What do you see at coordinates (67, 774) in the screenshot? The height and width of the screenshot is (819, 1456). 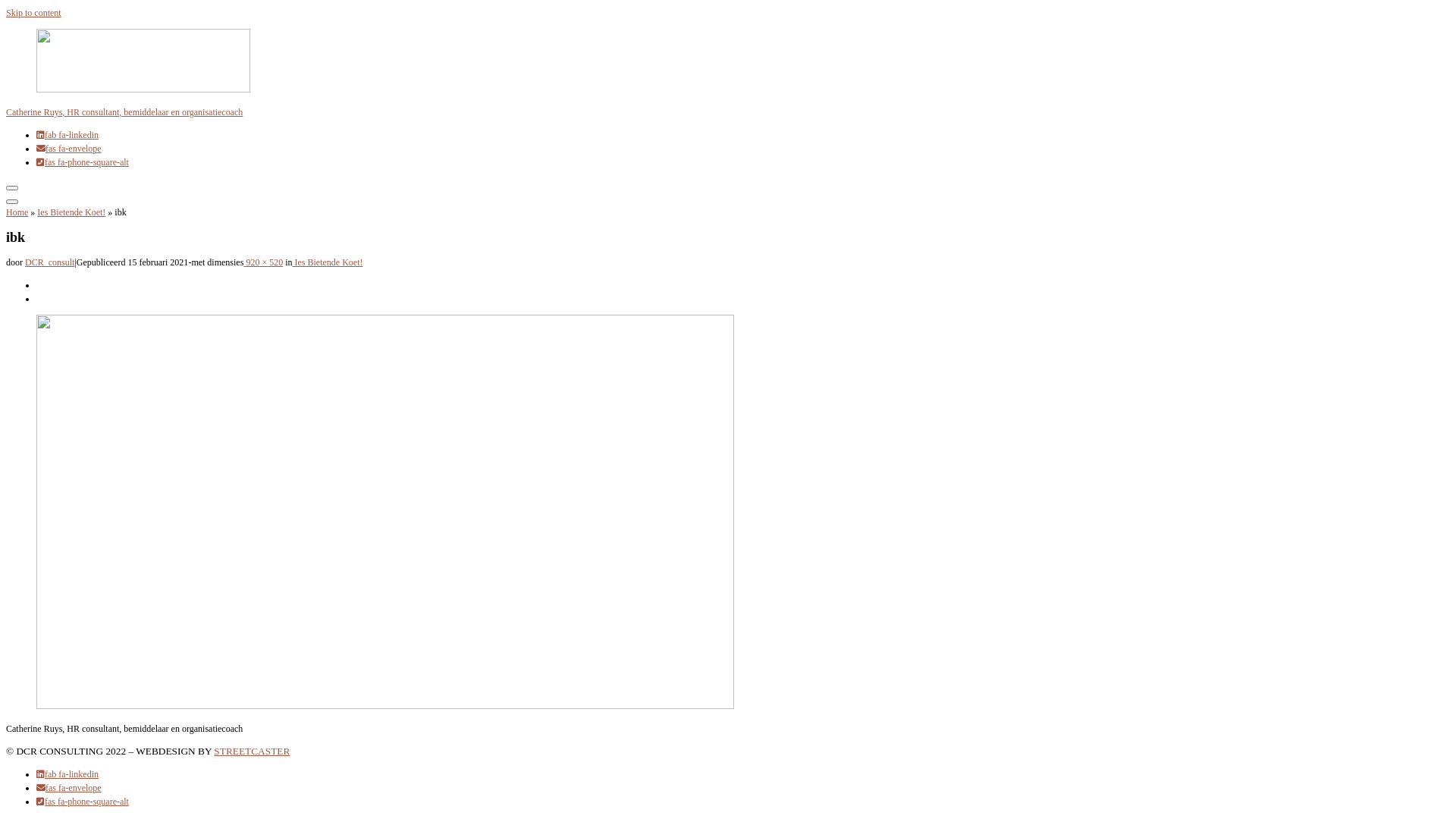 I see `'fab fa-linkedin'` at bounding box center [67, 774].